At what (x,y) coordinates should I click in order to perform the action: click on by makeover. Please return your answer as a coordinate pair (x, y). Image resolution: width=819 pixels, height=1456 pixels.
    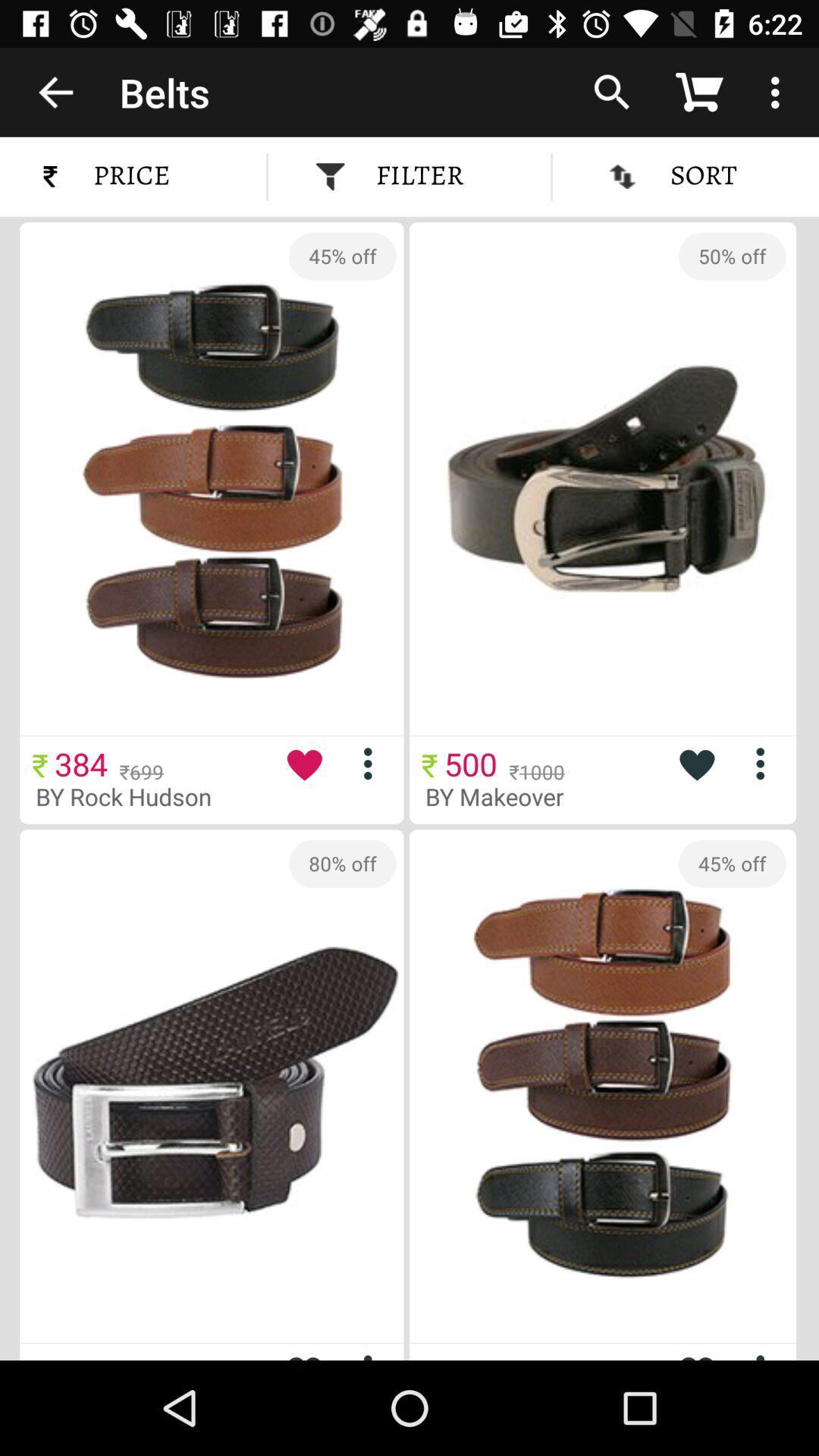
    Looking at the image, I should click on (506, 795).